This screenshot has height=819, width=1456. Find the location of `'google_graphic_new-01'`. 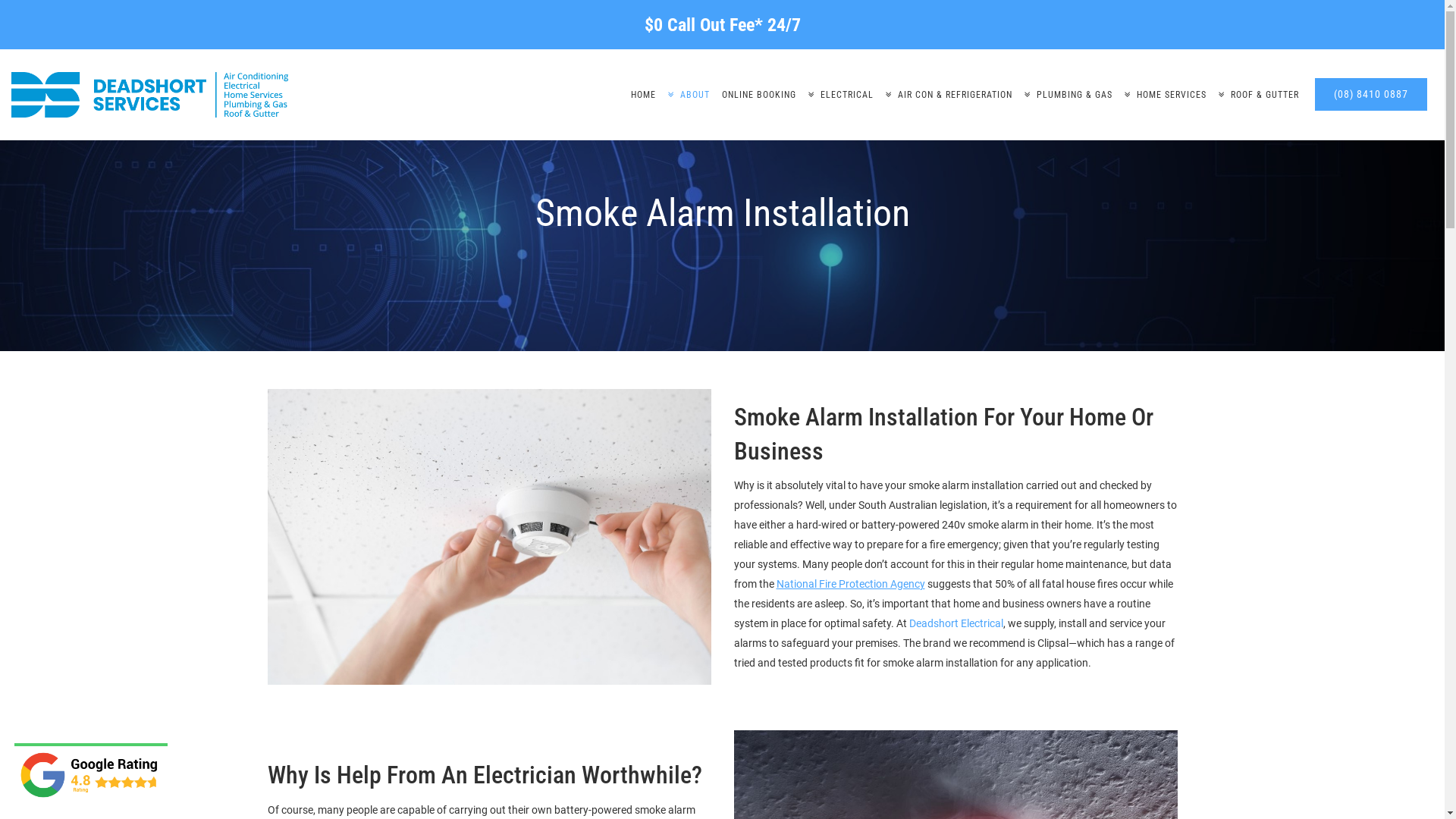

'google_graphic_new-01' is located at coordinates (18, 775).